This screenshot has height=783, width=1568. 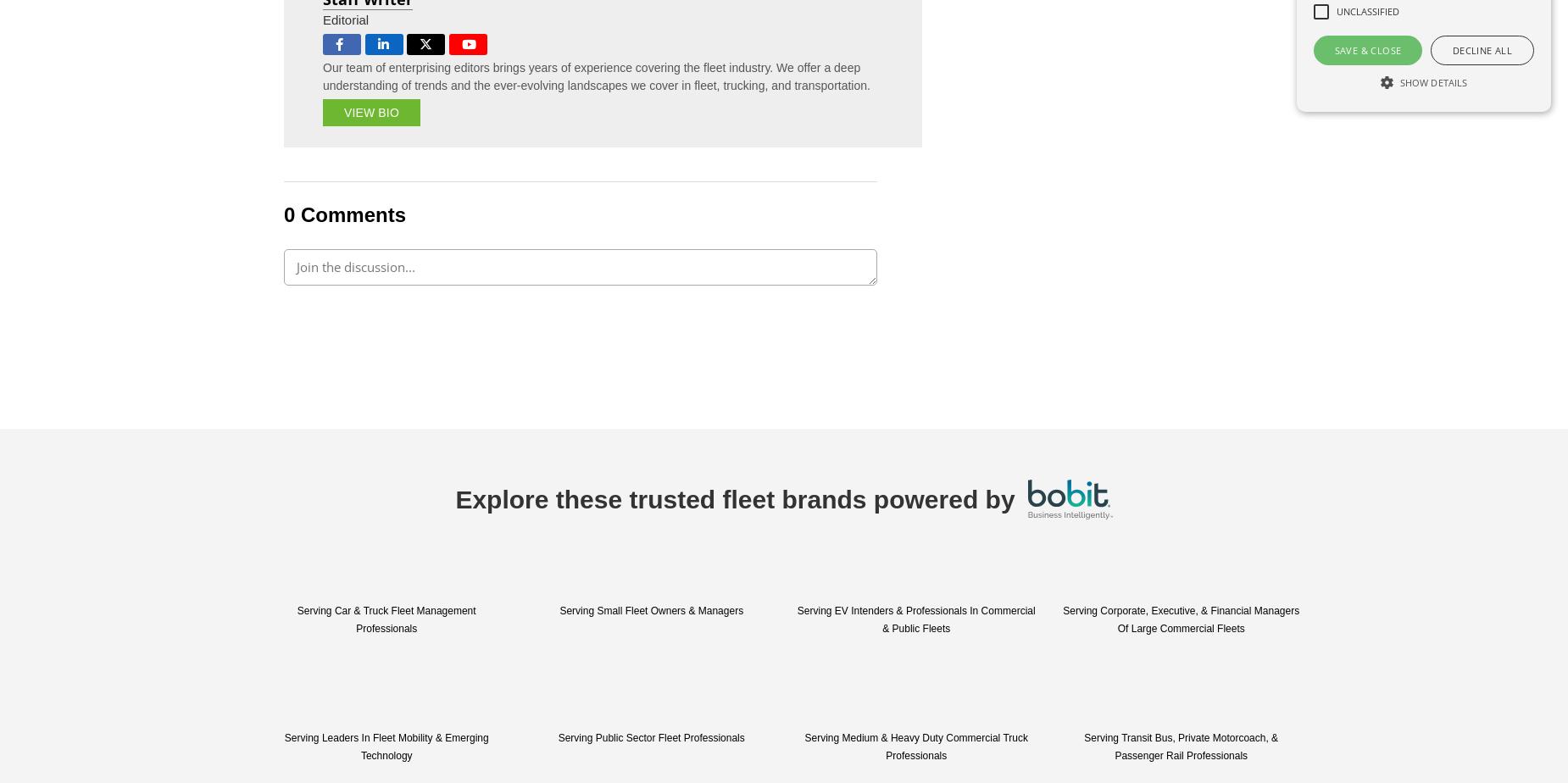 I want to click on 'Explore these trusted fleet brands powered by', so click(x=734, y=499).